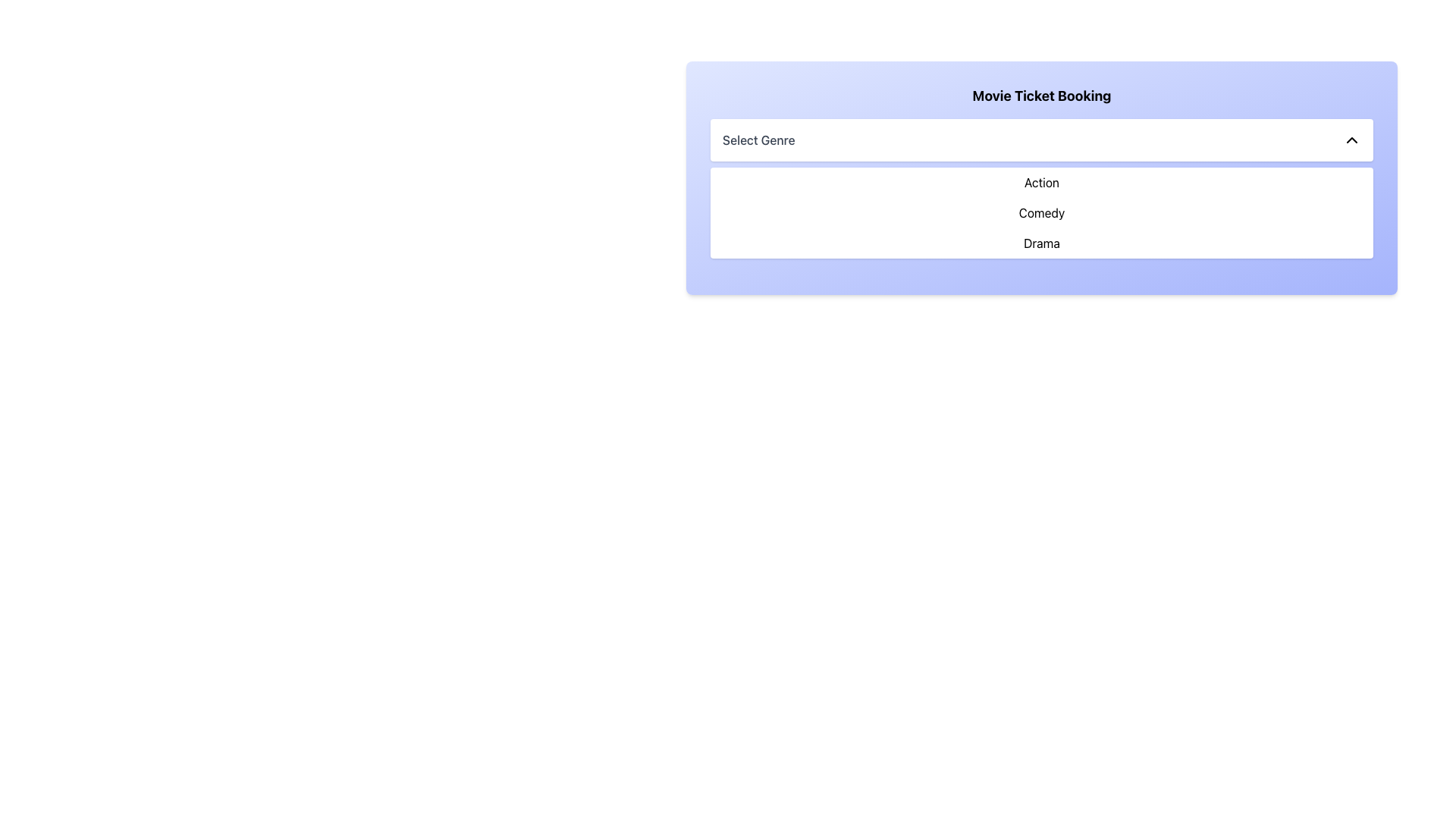 This screenshot has height=819, width=1456. What do you see at coordinates (1040, 213) in the screenshot?
I see `the selectable list item labeled 'Comedy' in the dropdown menu 'Select Genre' to activate its hover effect` at bounding box center [1040, 213].